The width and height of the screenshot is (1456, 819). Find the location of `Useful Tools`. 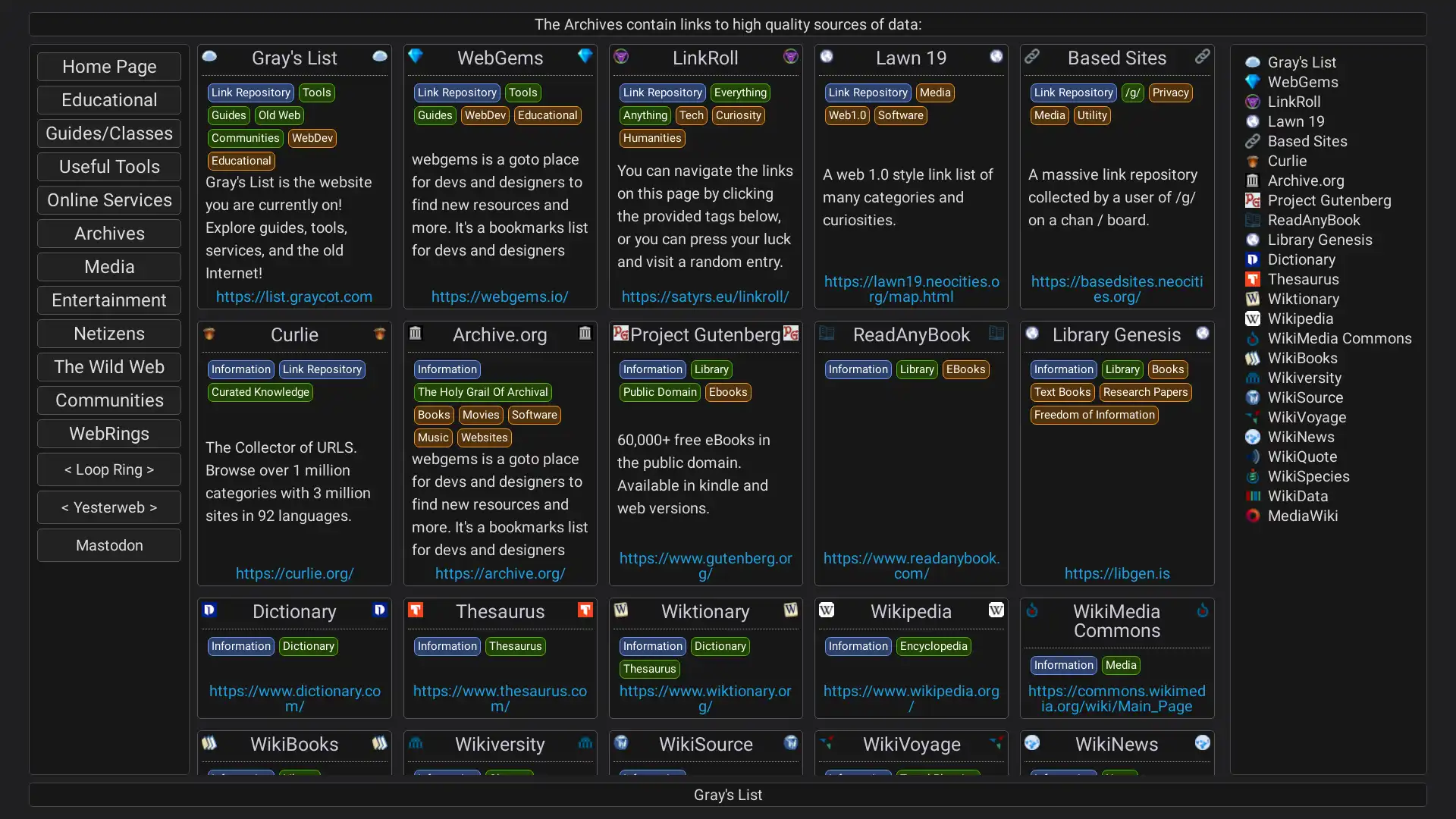

Useful Tools is located at coordinates (108, 166).